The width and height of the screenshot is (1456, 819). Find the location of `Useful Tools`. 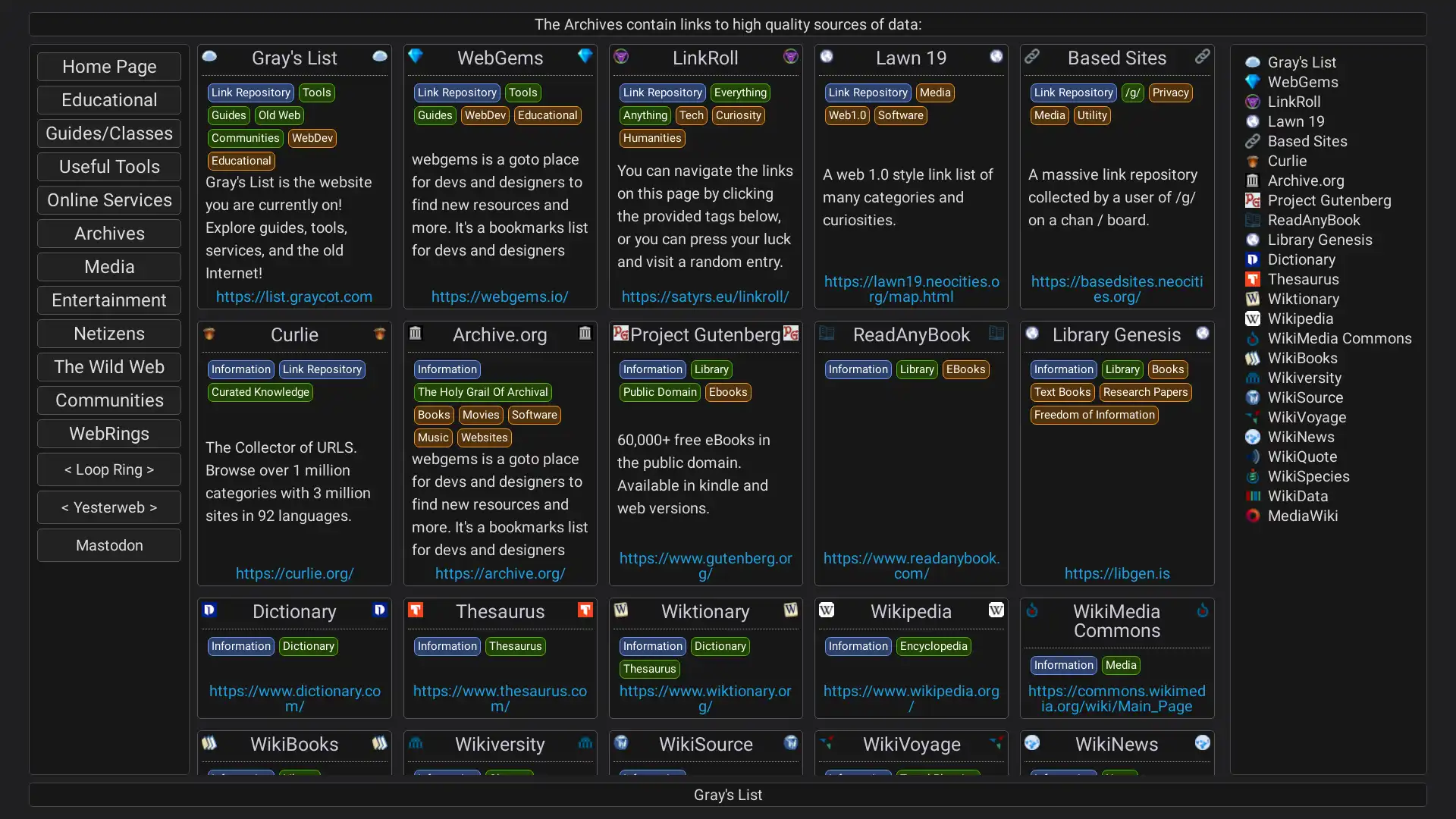

Useful Tools is located at coordinates (108, 166).